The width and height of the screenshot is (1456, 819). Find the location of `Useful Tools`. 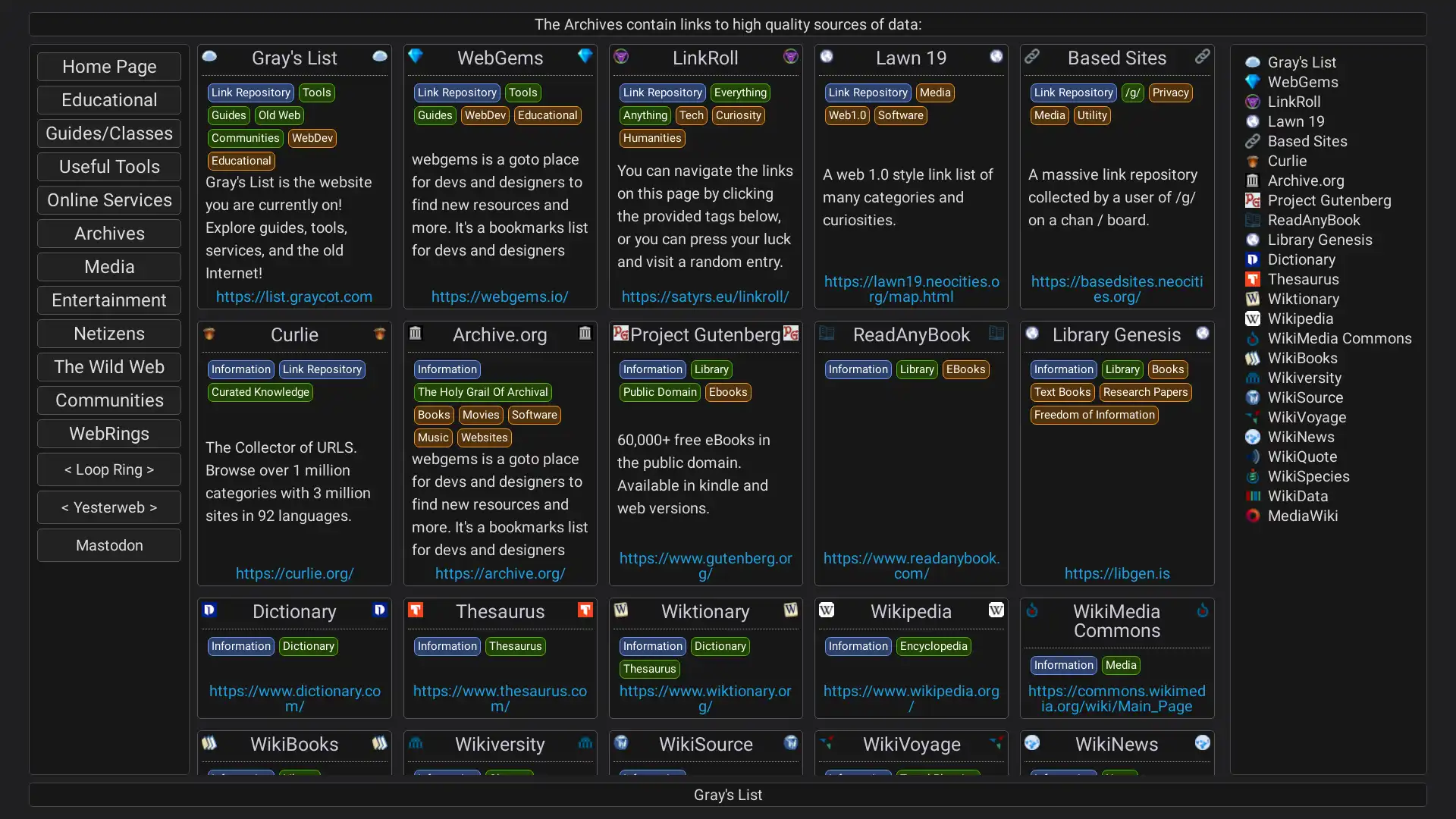

Useful Tools is located at coordinates (108, 166).